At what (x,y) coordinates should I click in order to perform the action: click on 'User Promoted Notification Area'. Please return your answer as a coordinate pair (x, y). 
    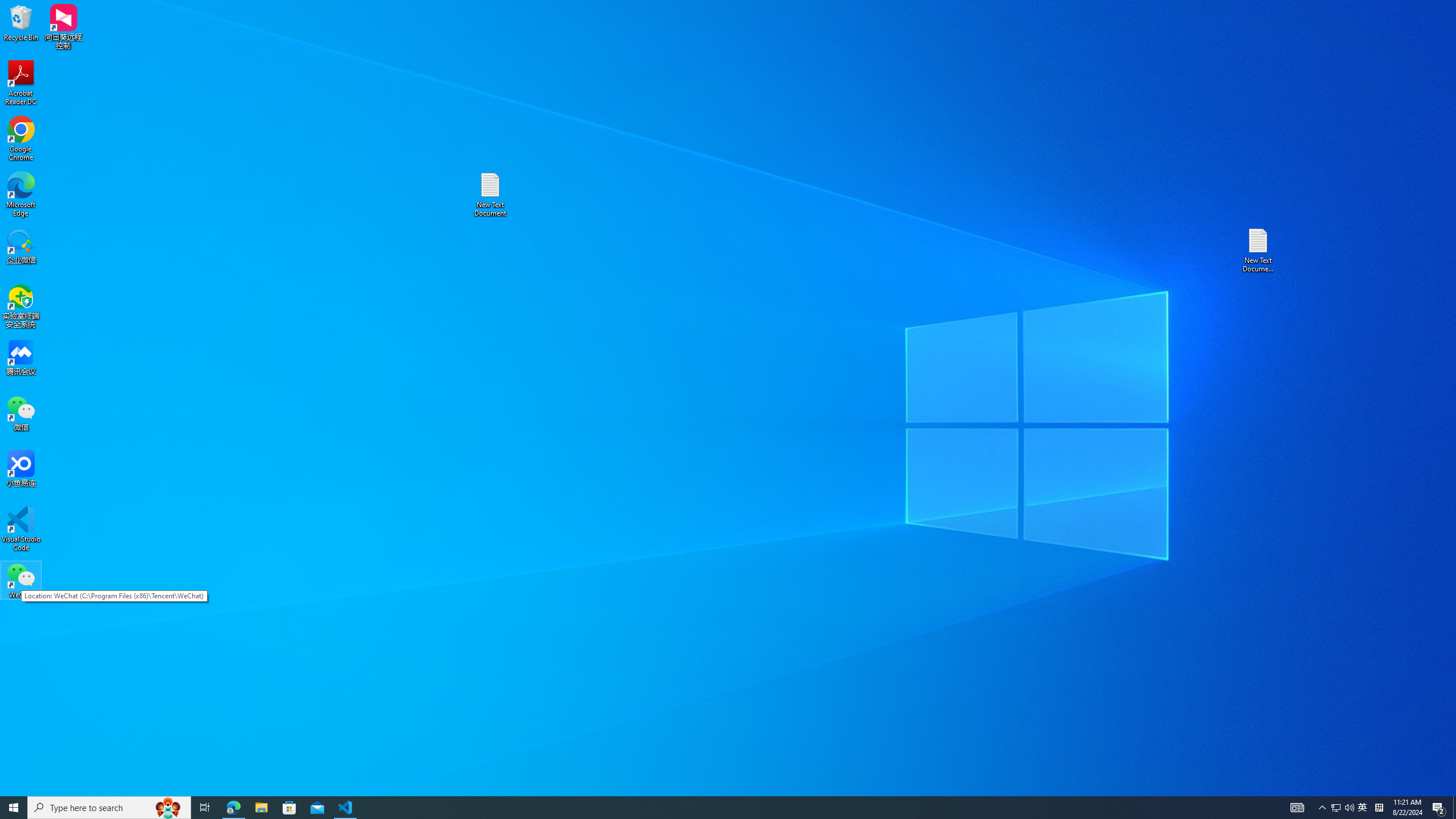
    Looking at the image, I should click on (1342, 806).